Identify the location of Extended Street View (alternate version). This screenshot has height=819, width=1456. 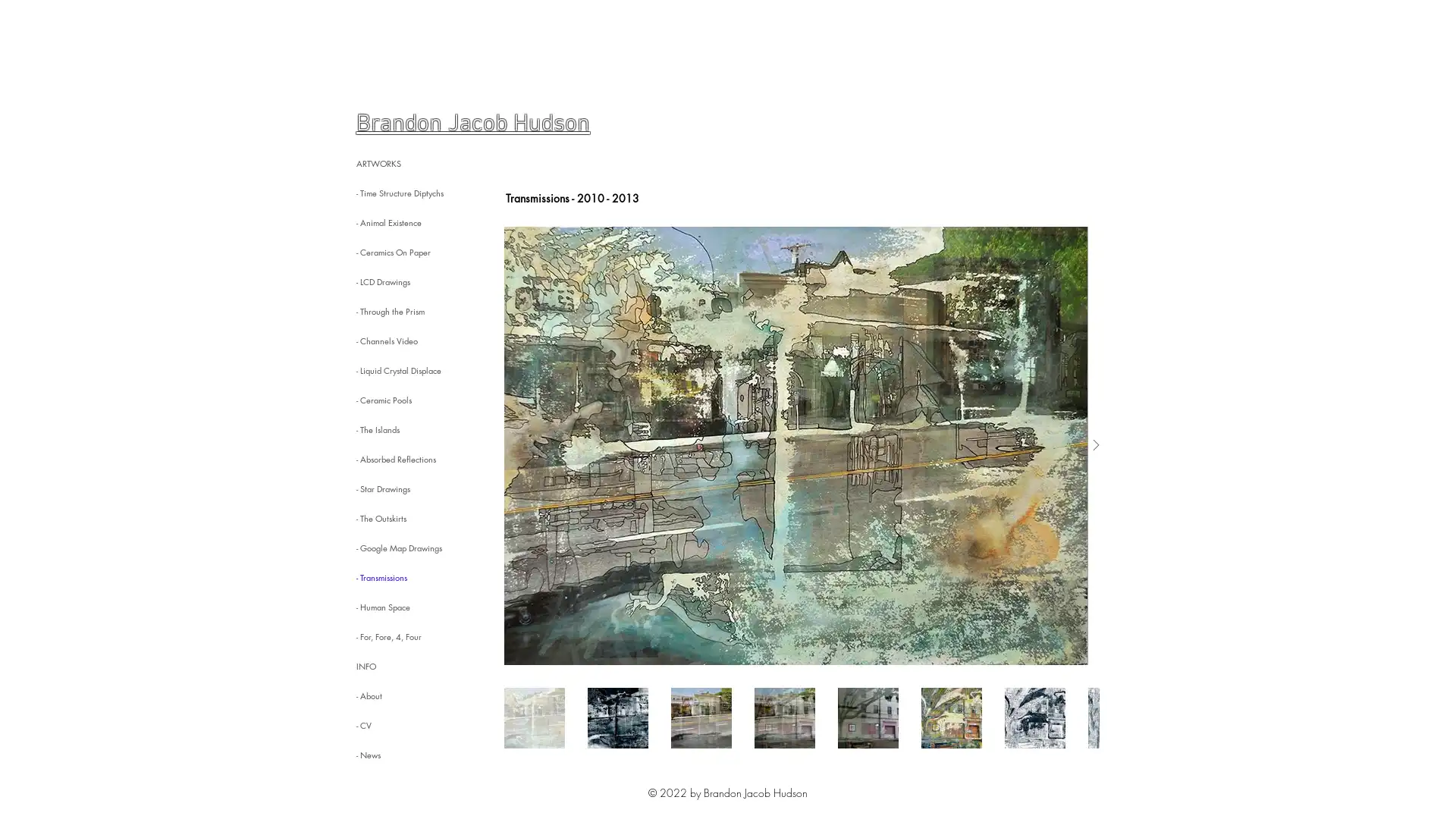
(795, 444).